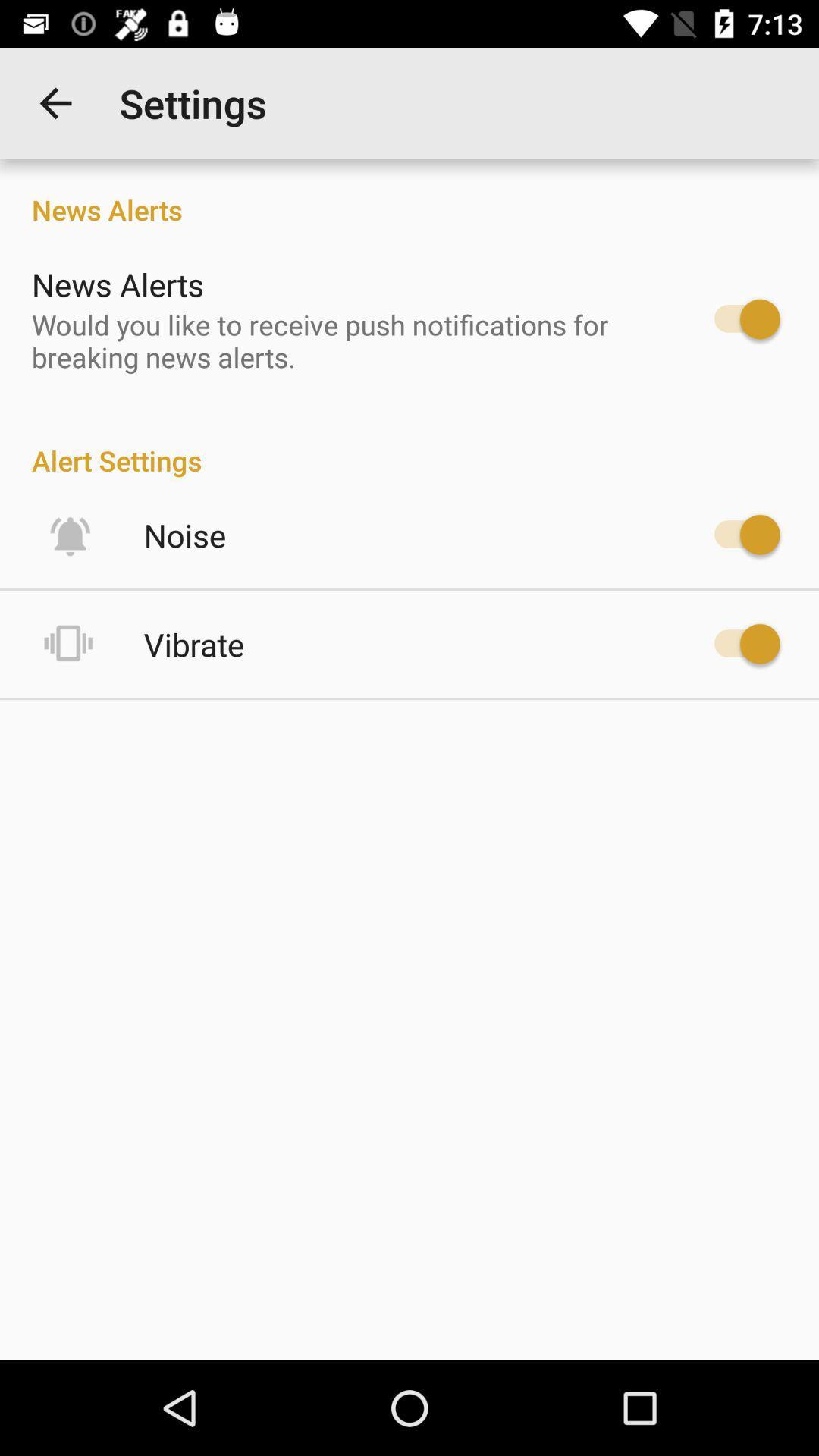  Describe the element at coordinates (184, 535) in the screenshot. I see `the noise item` at that location.